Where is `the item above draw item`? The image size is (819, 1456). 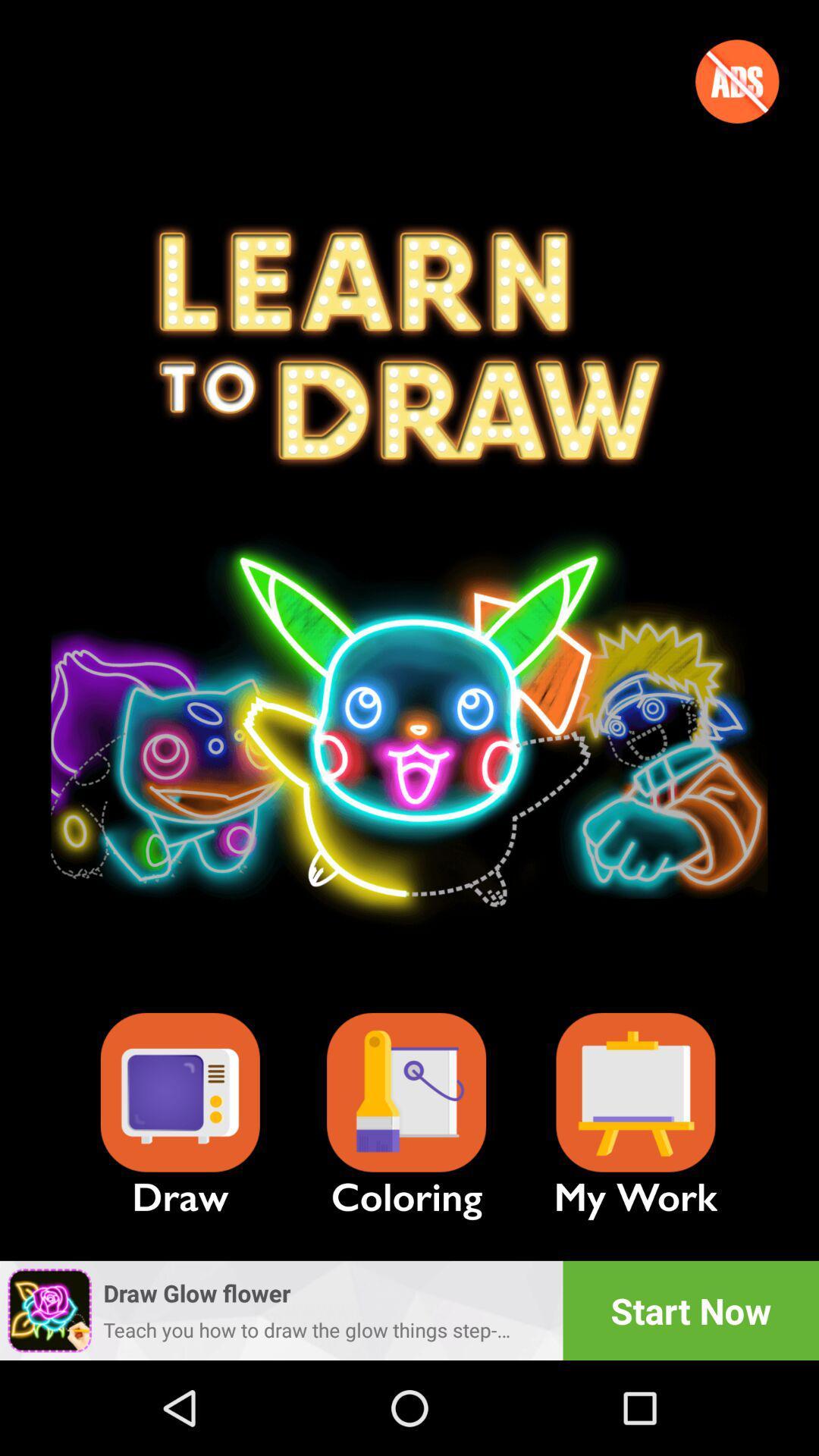
the item above draw item is located at coordinates (179, 1093).